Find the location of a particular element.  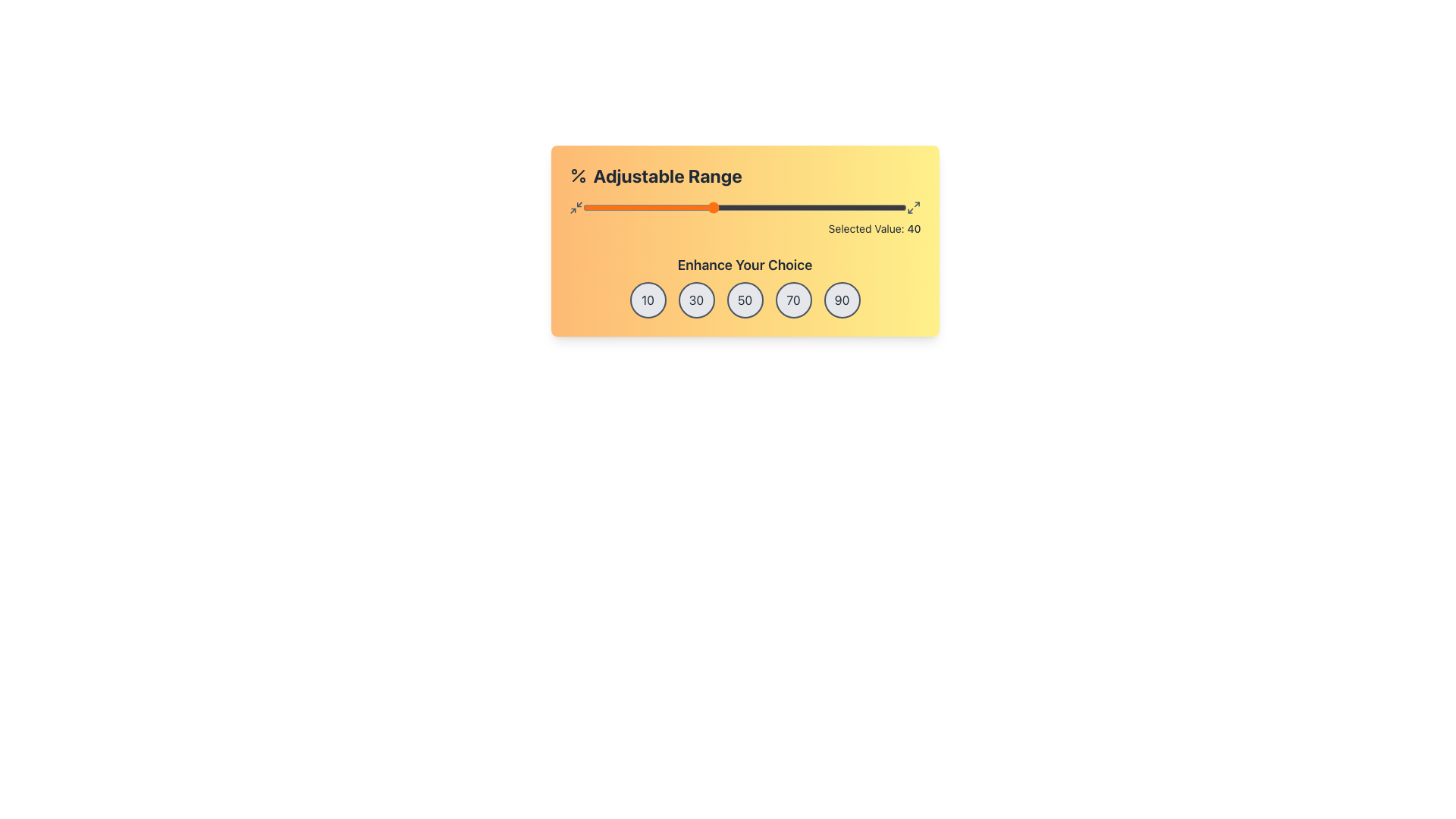

the circular button labeled '90' with a grey background and darker grey border, positioned at the far right of the button group in the 'Enhance Your Choice' panel for keyboard interaction is located at coordinates (841, 300).